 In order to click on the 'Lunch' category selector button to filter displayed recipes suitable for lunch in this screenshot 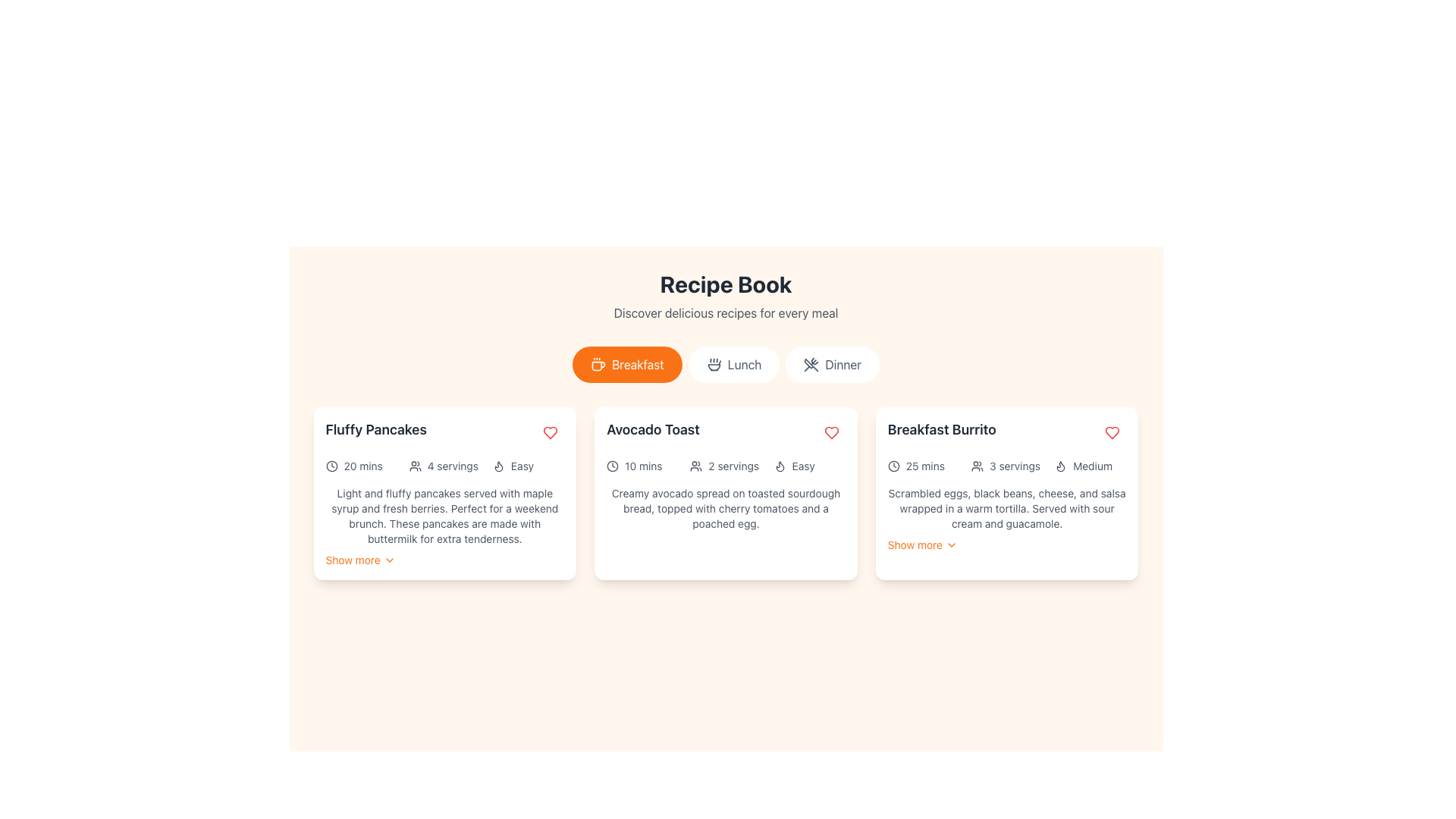, I will do `click(734, 365)`.